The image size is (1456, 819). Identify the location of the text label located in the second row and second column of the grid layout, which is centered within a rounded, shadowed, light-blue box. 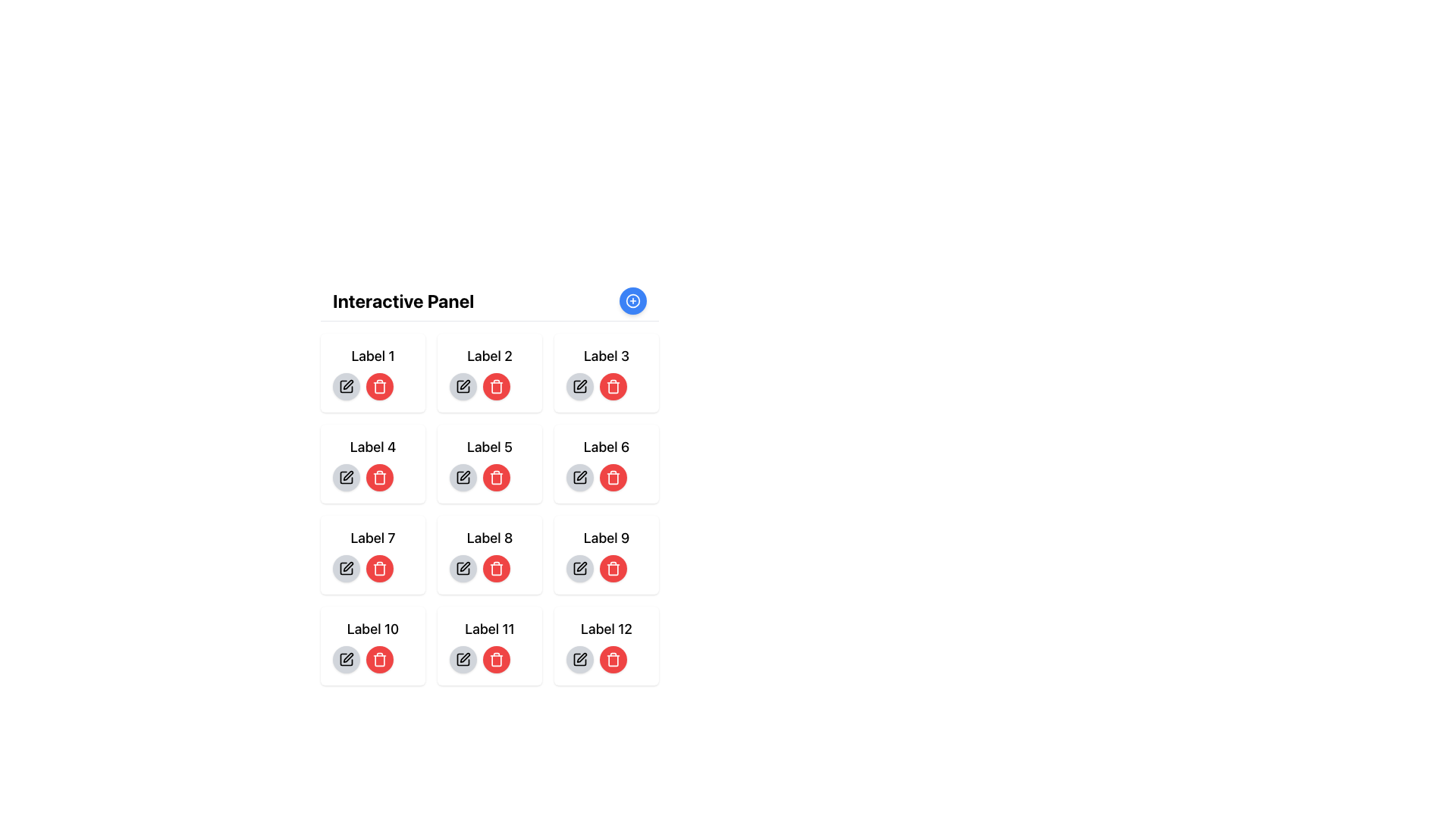
(490, 356).